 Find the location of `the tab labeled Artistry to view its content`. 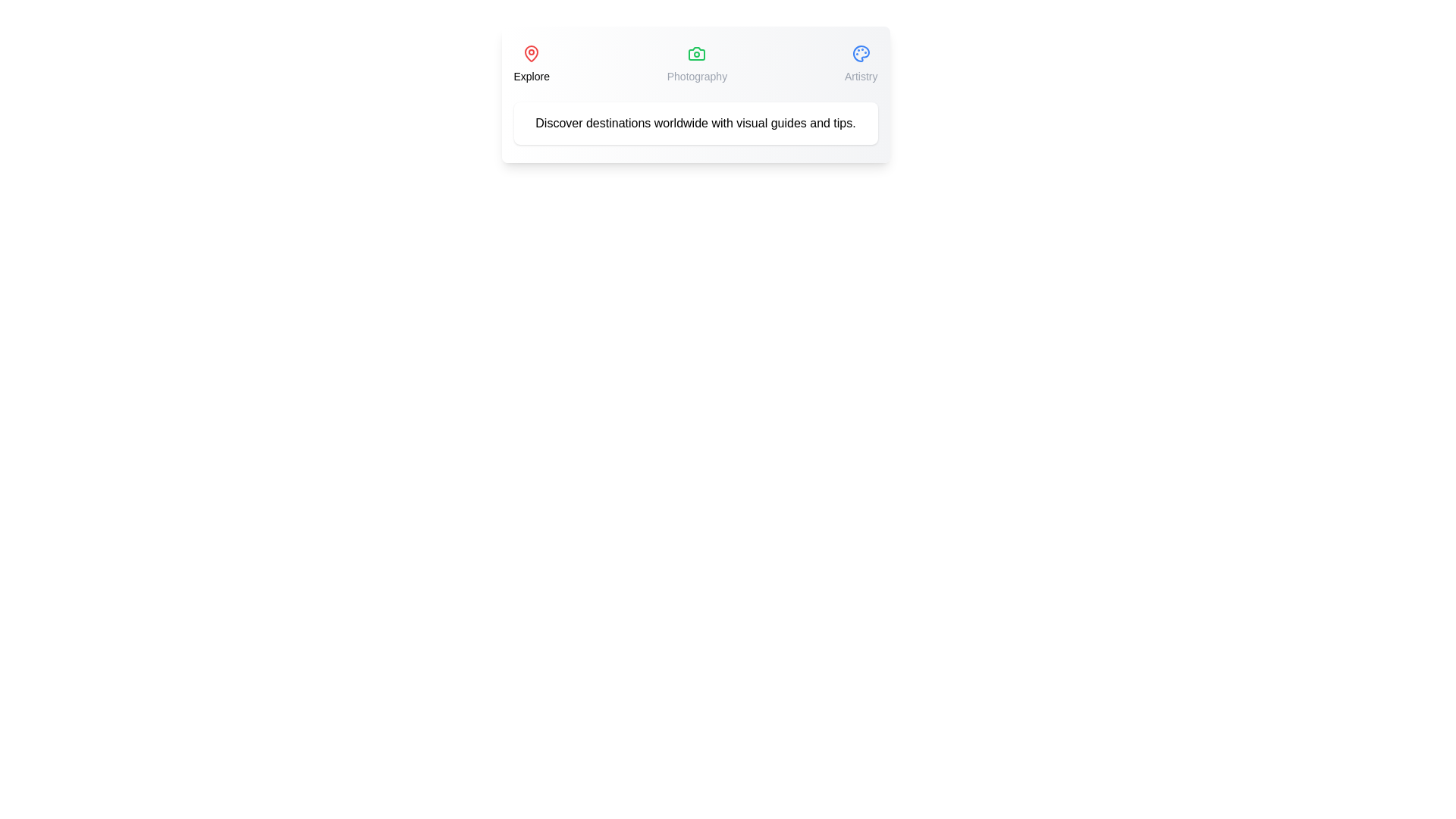

the tab labeled Artistry to view its content is located at coordinates (861, 63).